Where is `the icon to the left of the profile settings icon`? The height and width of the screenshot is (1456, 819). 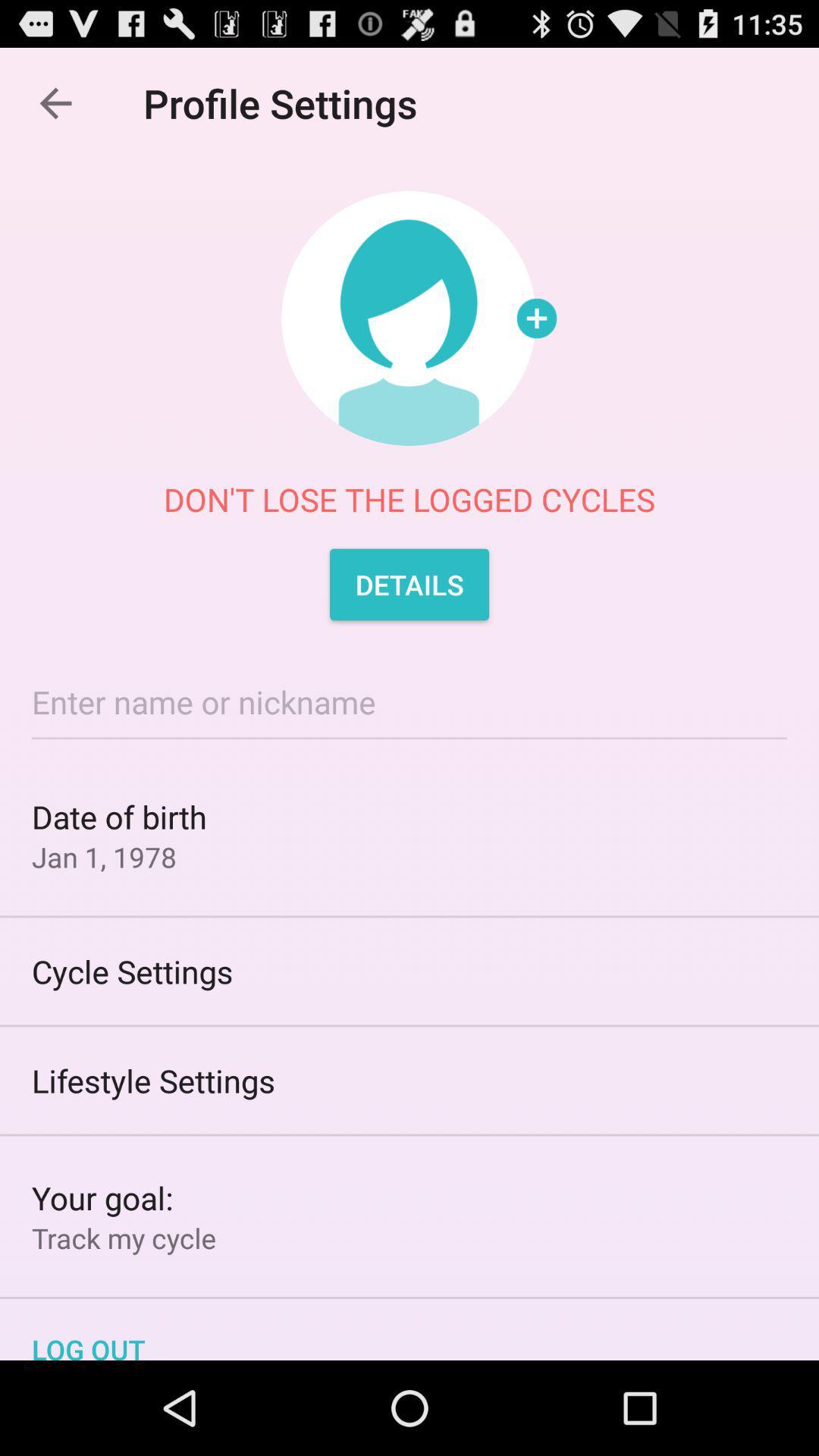 the icon to the left of the profile settings icon is located at coordinates (55, 102).